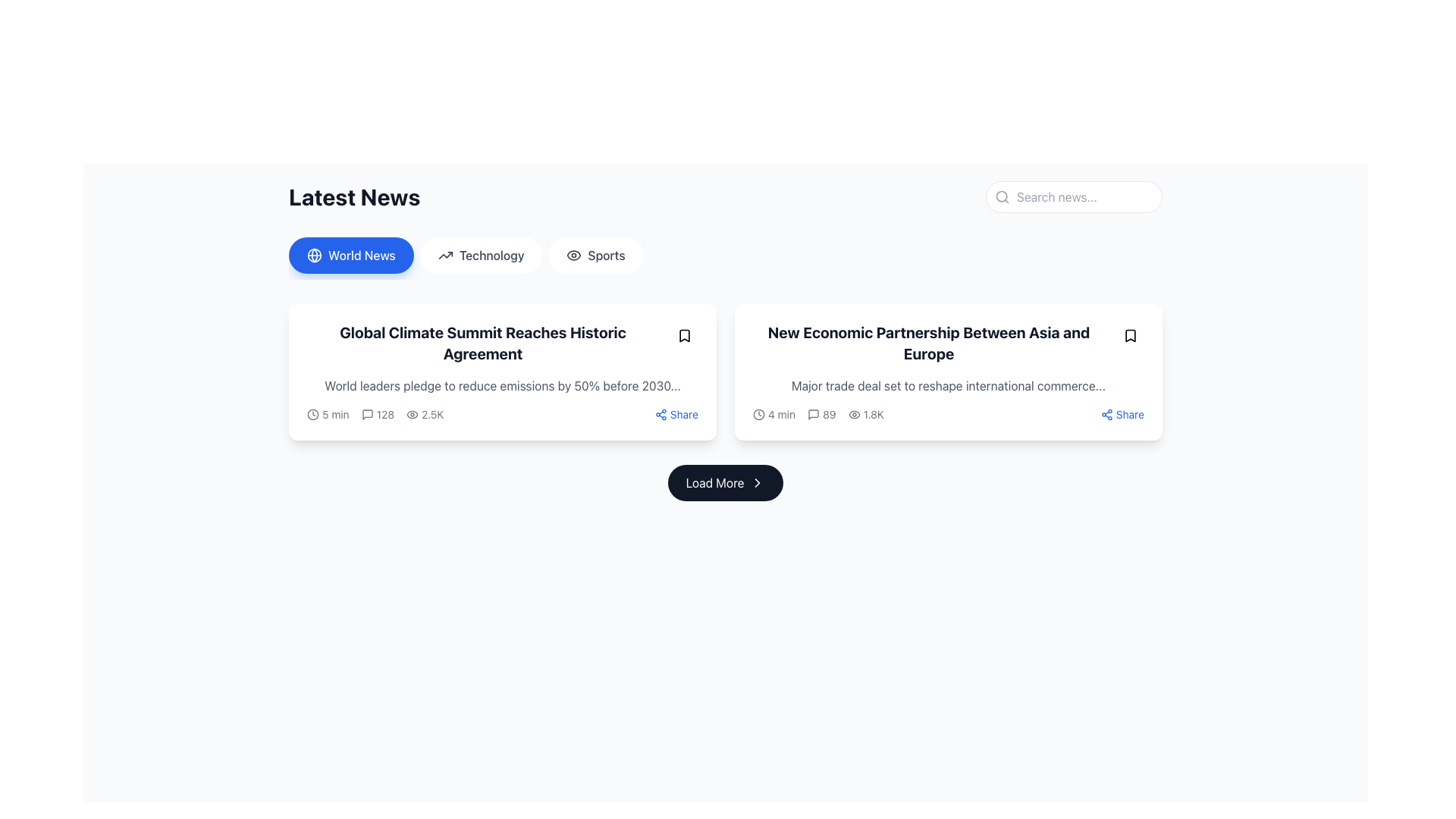 The height and width of the screenshot is (819, 1456). I want to click on the share button located in the bottom-right corner of the card layout for the news article 'Global Climate Summit Reaches Historic Agreement' to initiate a share action, so click(676, 415).